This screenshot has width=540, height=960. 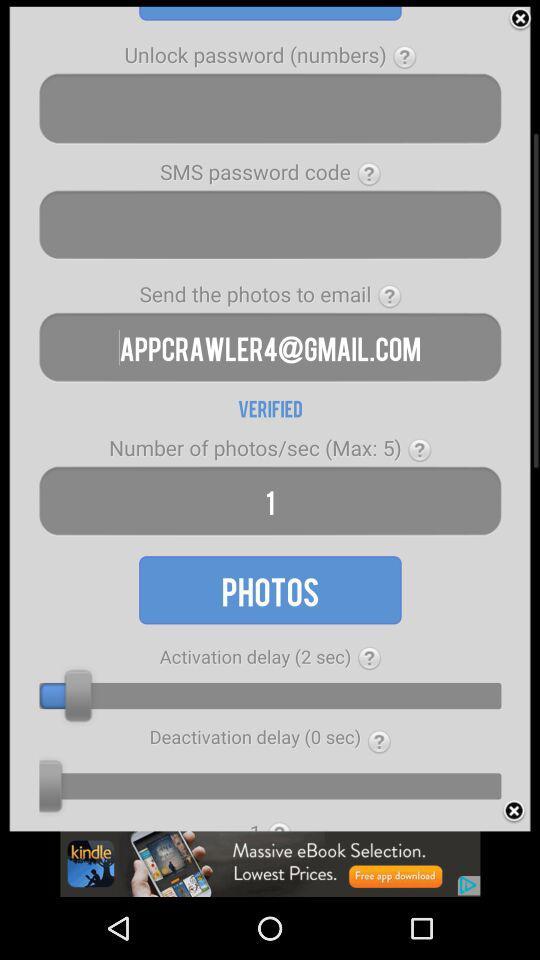 What do you see at coordinates (520, 18) in the screenshot?
I see `window` at bounding box center [520, 18].